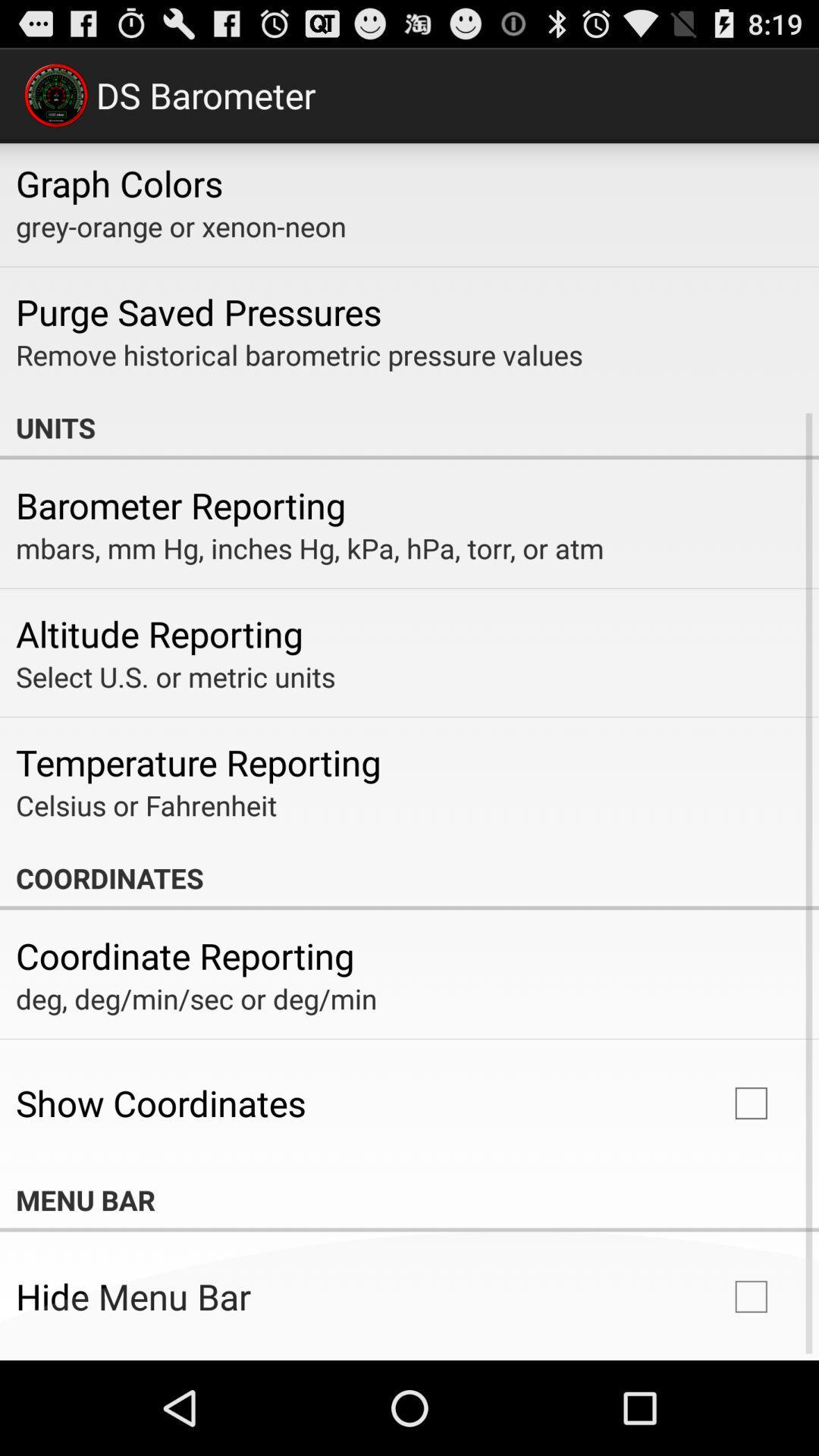 The width and height of the screenshot is (819, 1456). What do you see at coordinates (180, 505) in the screenshot?
I see `the barometer reporting` at bounding box center [180, 505].